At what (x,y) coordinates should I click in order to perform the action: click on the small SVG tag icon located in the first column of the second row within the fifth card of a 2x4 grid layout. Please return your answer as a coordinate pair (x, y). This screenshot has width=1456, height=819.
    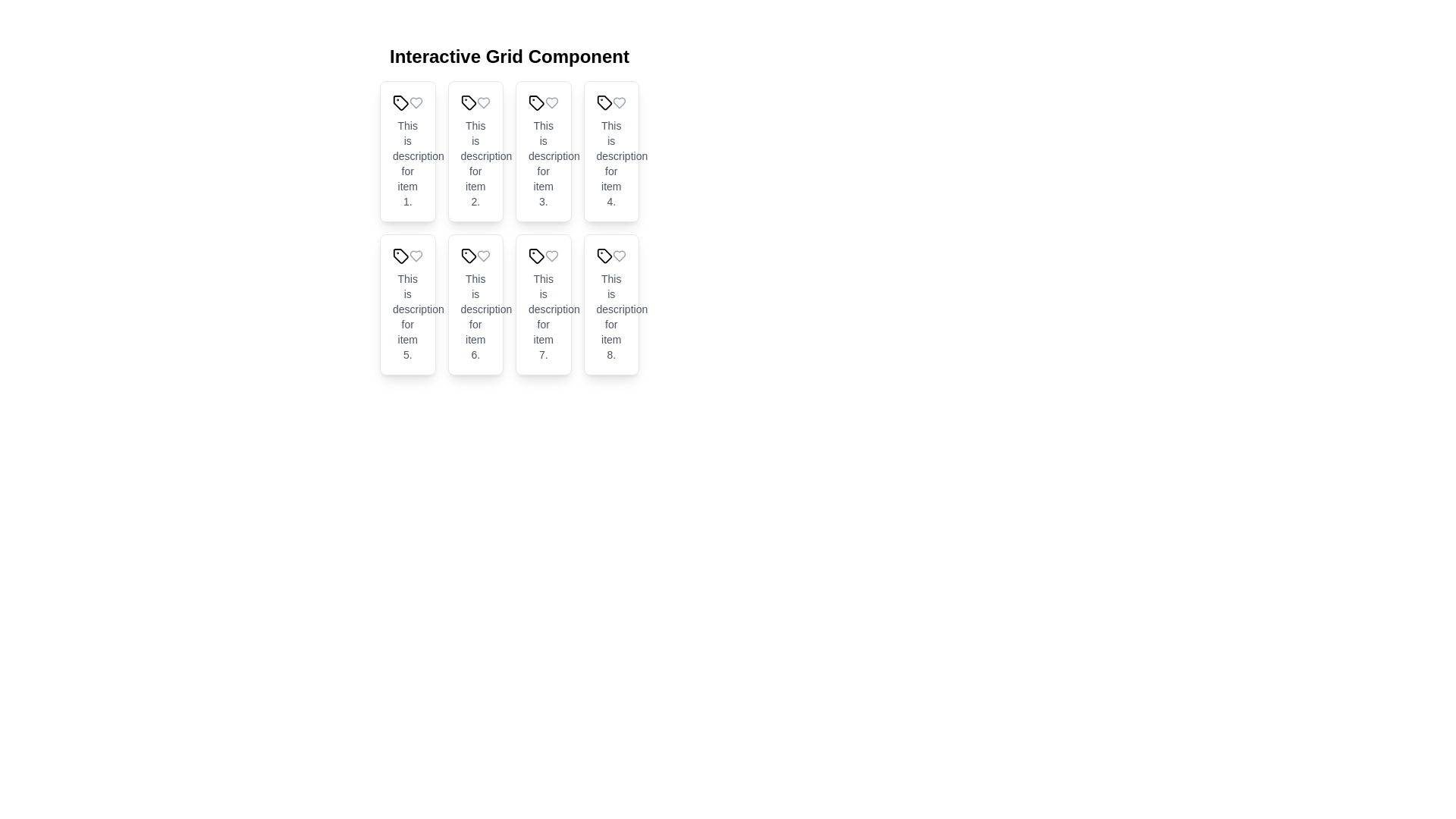
    Looking at the image, I should click on (400, 256).